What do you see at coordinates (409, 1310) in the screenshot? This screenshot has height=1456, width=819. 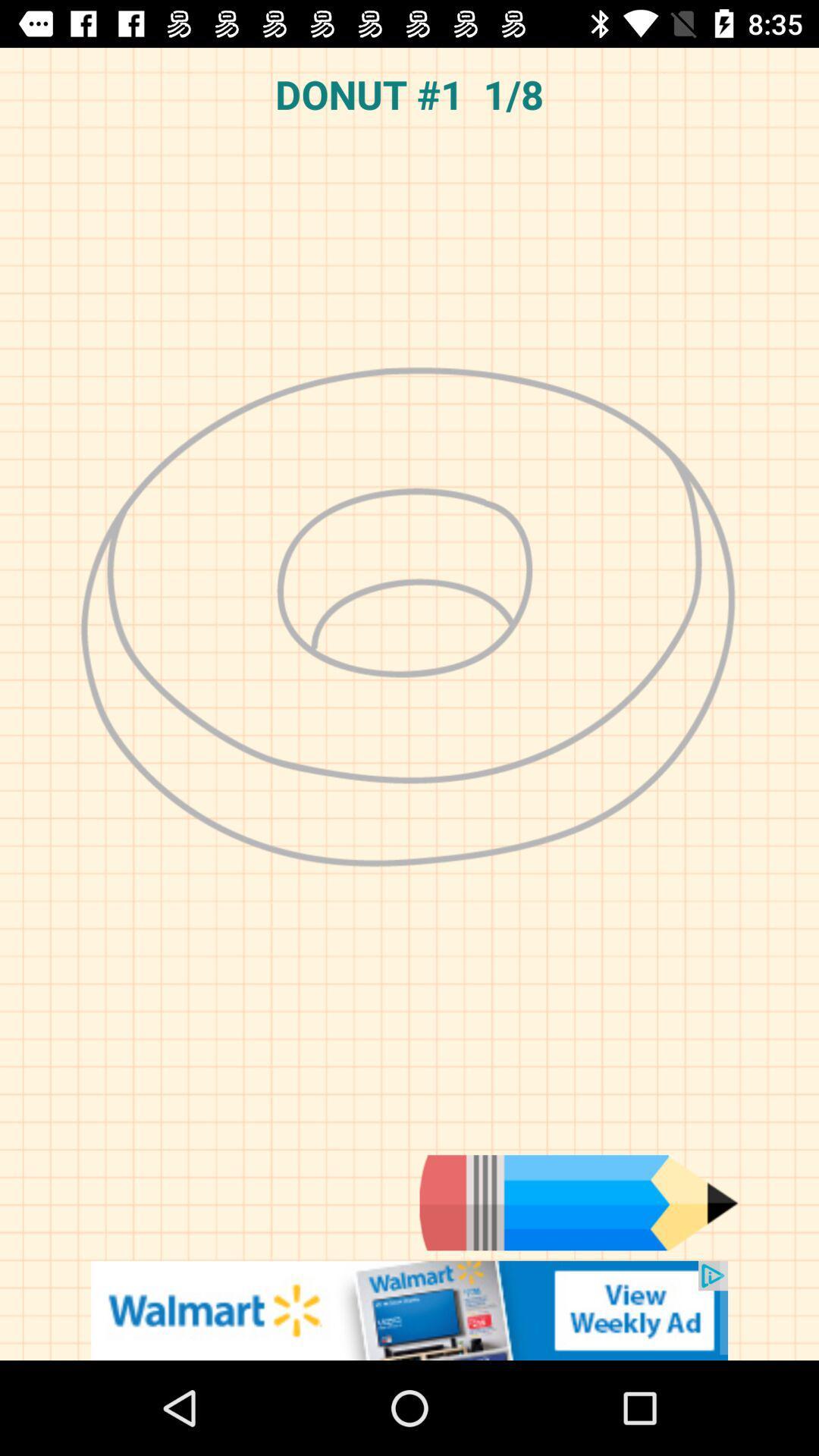 I see `link to advertisement` at bounding box center [409, 1310].